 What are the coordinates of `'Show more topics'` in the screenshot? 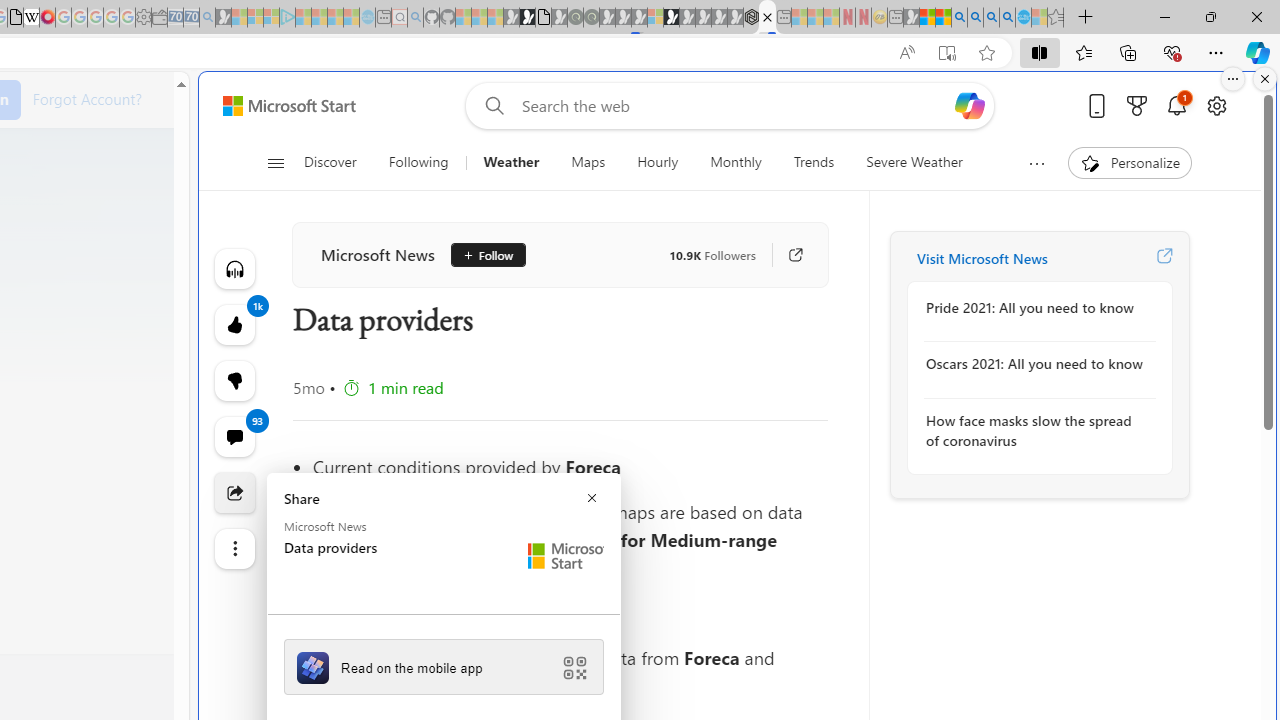 It's located at (1036, 162).